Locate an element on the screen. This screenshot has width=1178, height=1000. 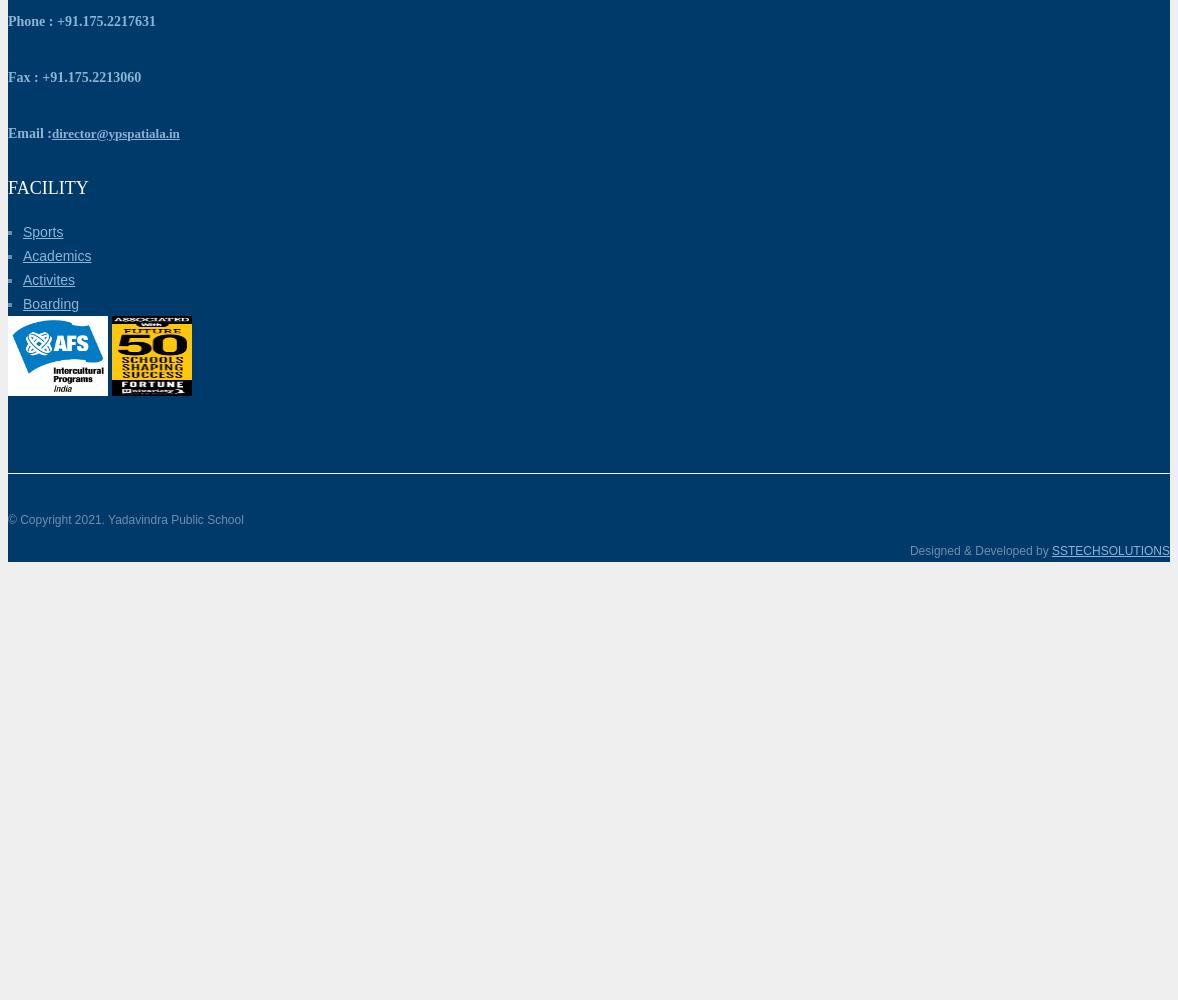
'director@ypspatiala.in' is located at coordinates (113, 132).